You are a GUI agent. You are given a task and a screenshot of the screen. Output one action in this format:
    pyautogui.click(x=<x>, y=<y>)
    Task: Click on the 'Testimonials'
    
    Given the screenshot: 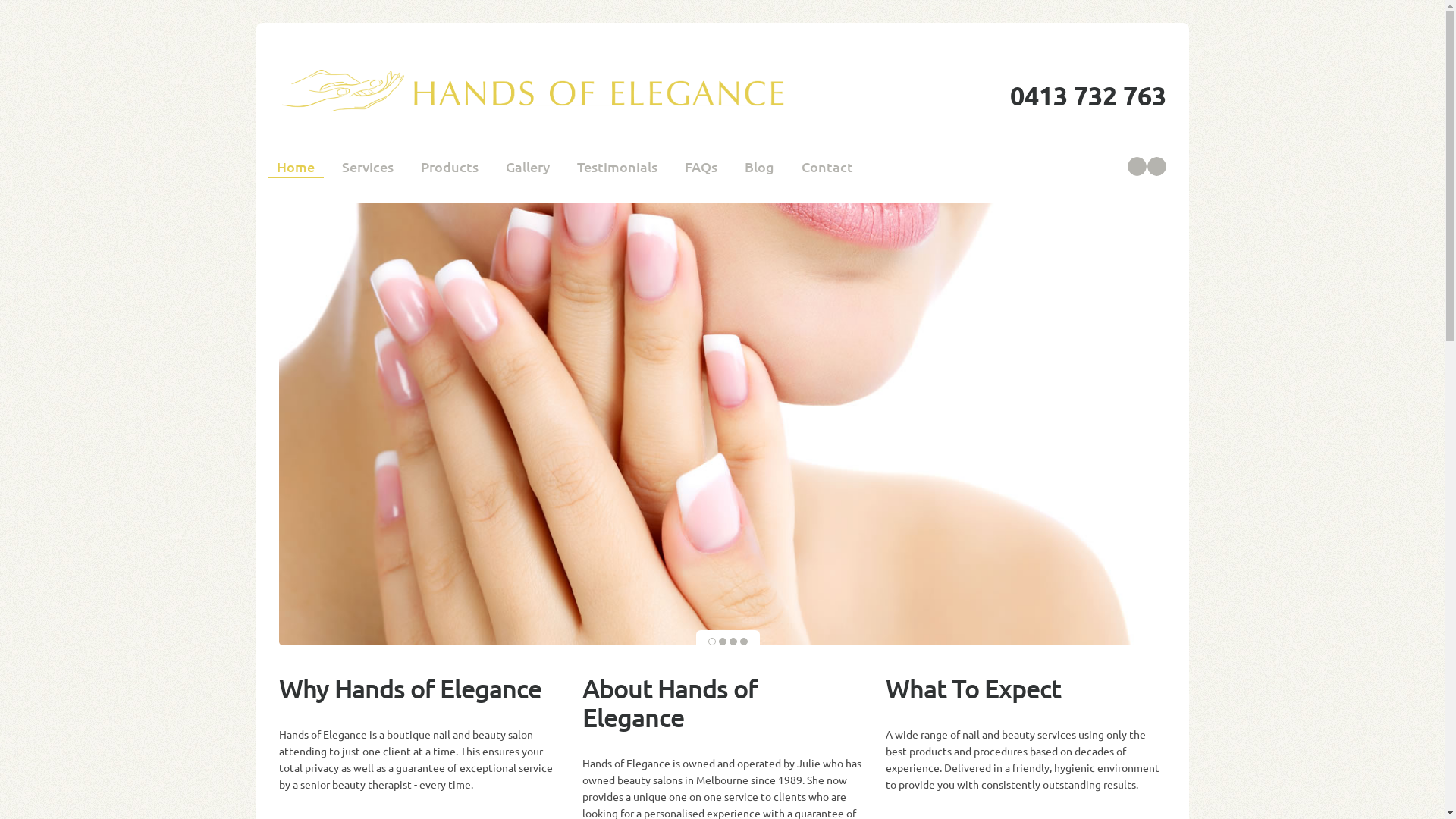 What is the action you would take?
    pyautogui.click(x=616, y=168)
    